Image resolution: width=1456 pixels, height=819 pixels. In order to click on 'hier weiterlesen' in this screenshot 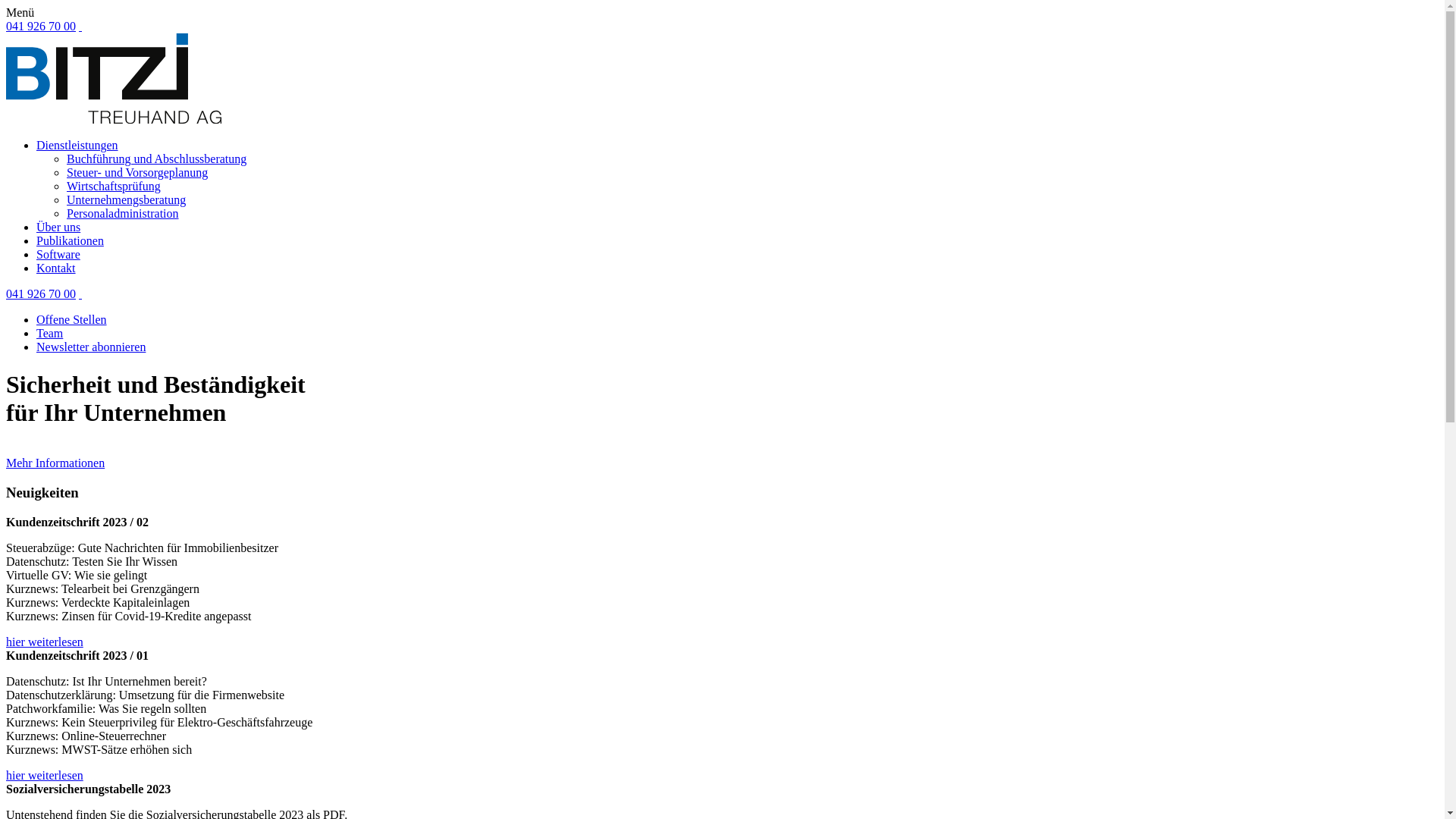, I will do `click(44, 642)`.